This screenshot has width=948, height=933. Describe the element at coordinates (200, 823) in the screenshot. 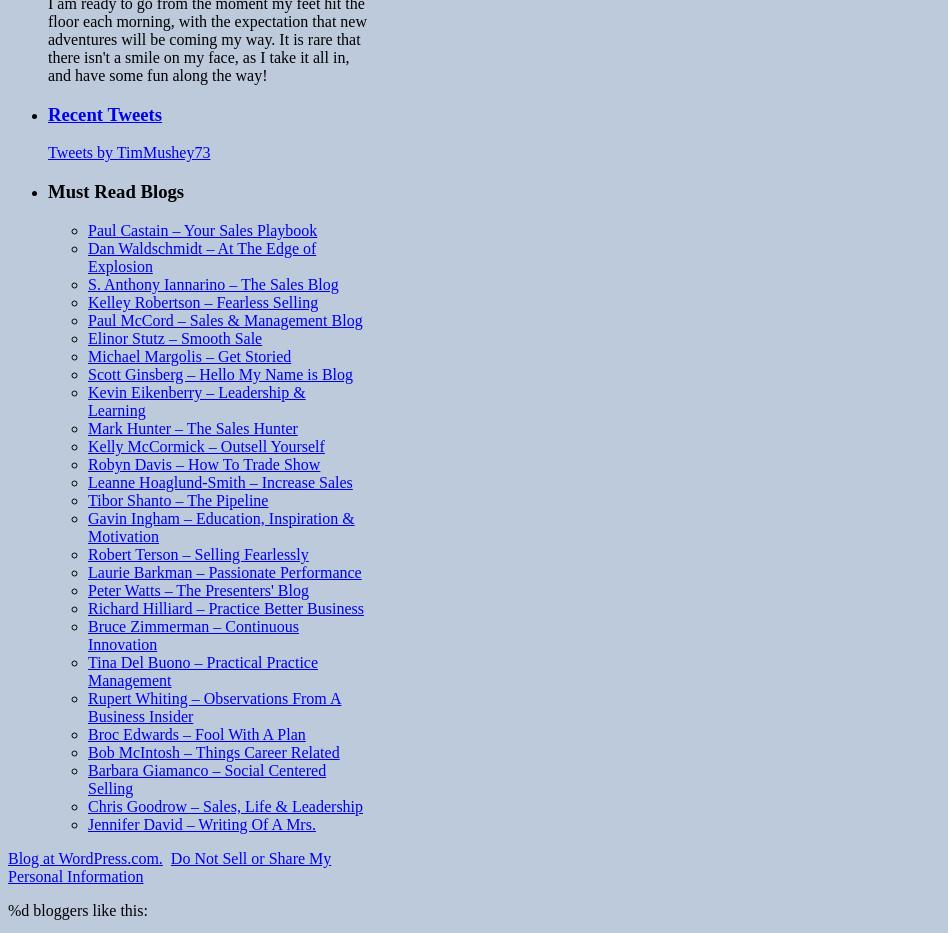

I see `'Jennifer David – Writing Of A Mrs.'` at that location.